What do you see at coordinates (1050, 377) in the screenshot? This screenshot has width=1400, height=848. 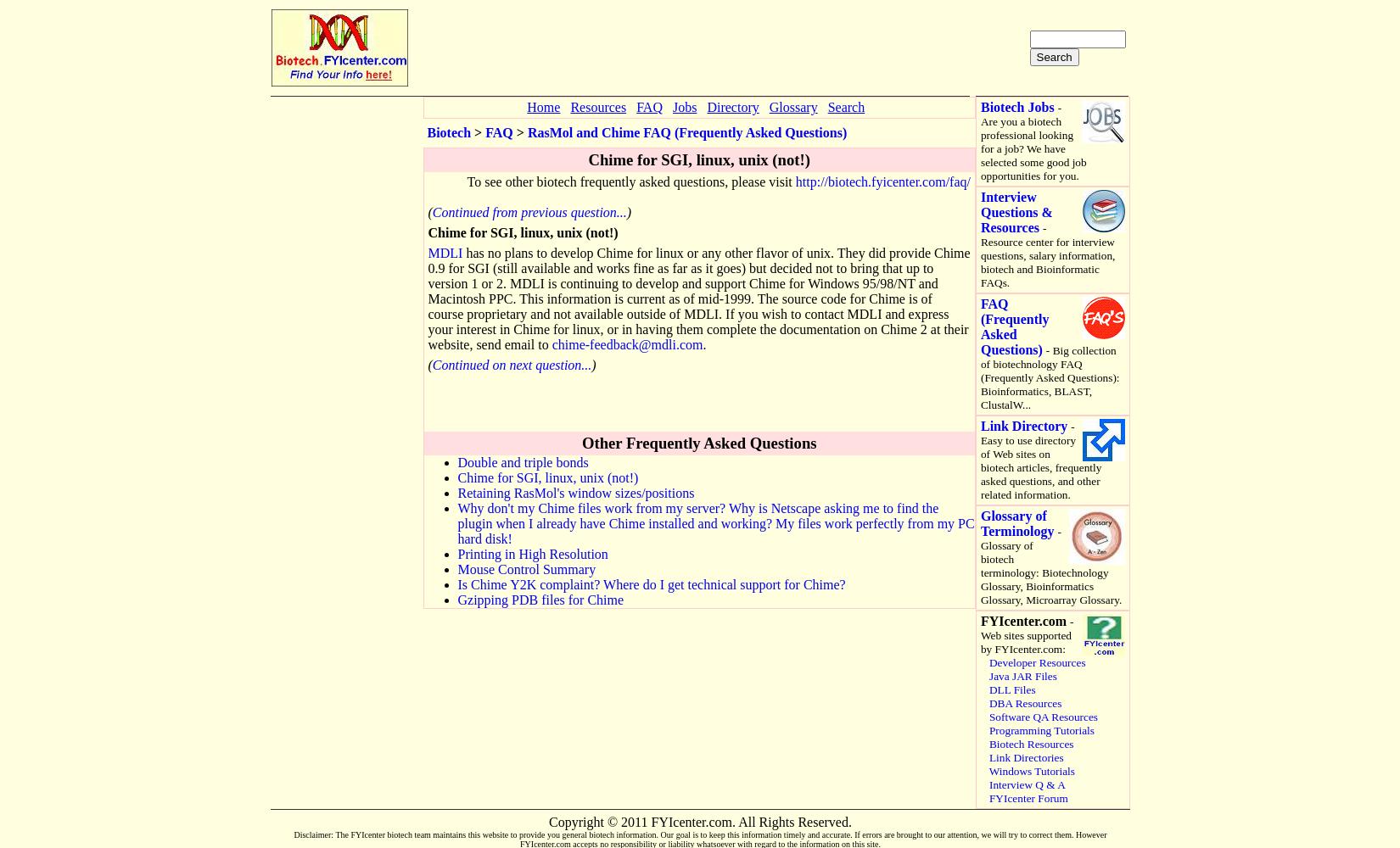 I see `'- Big collection of biotechnology FAQ (Frequently Asked Questions): Bioinformatics, BLAST, ClustalW...'` at bounding box center [1050, 377].